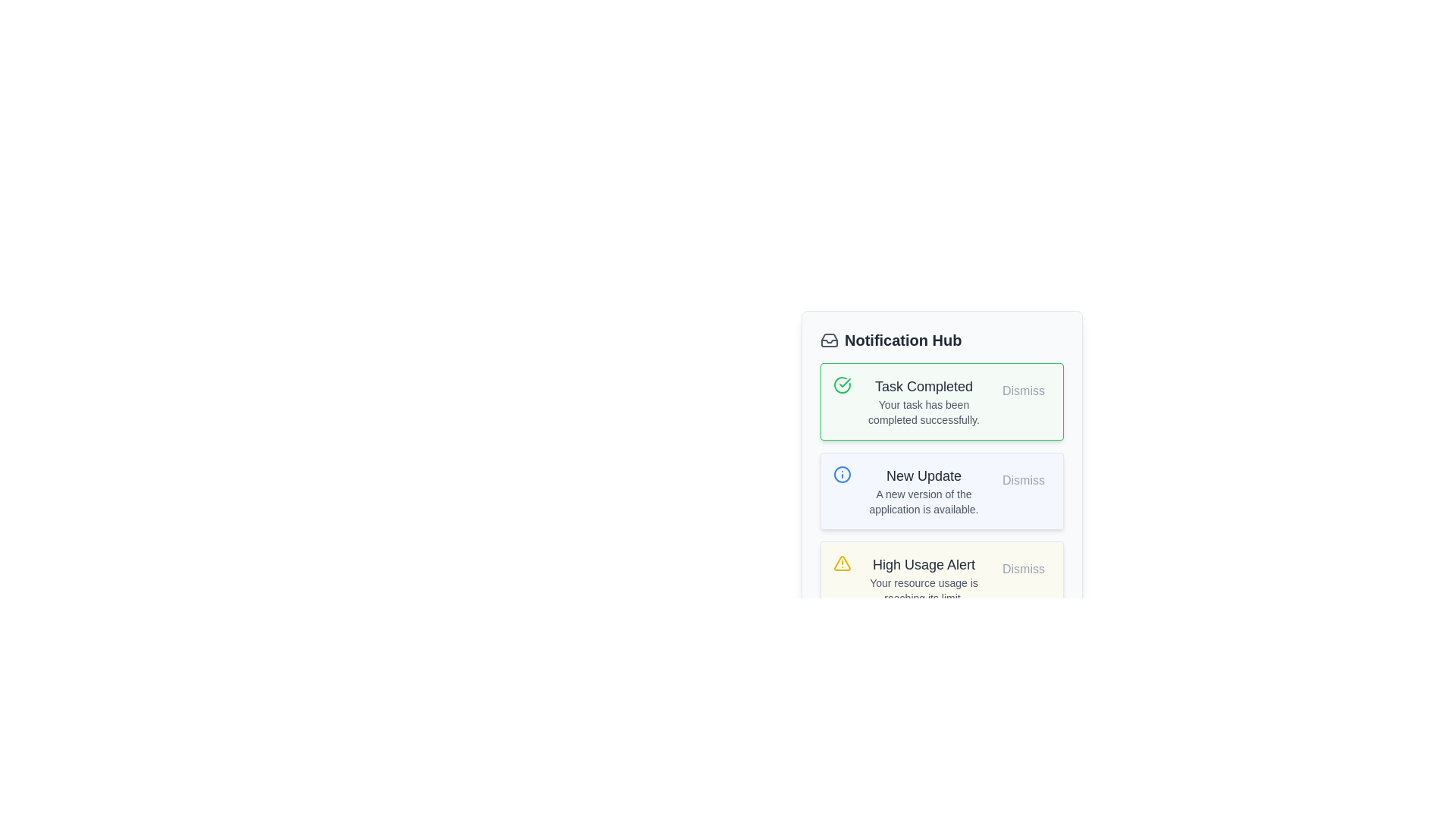 The image size is (1456, 819). I want to click on the compact inbox icon, which is a minimalist line drawing located in the header area of the 'Notification Hub' section, so click(829, 339).